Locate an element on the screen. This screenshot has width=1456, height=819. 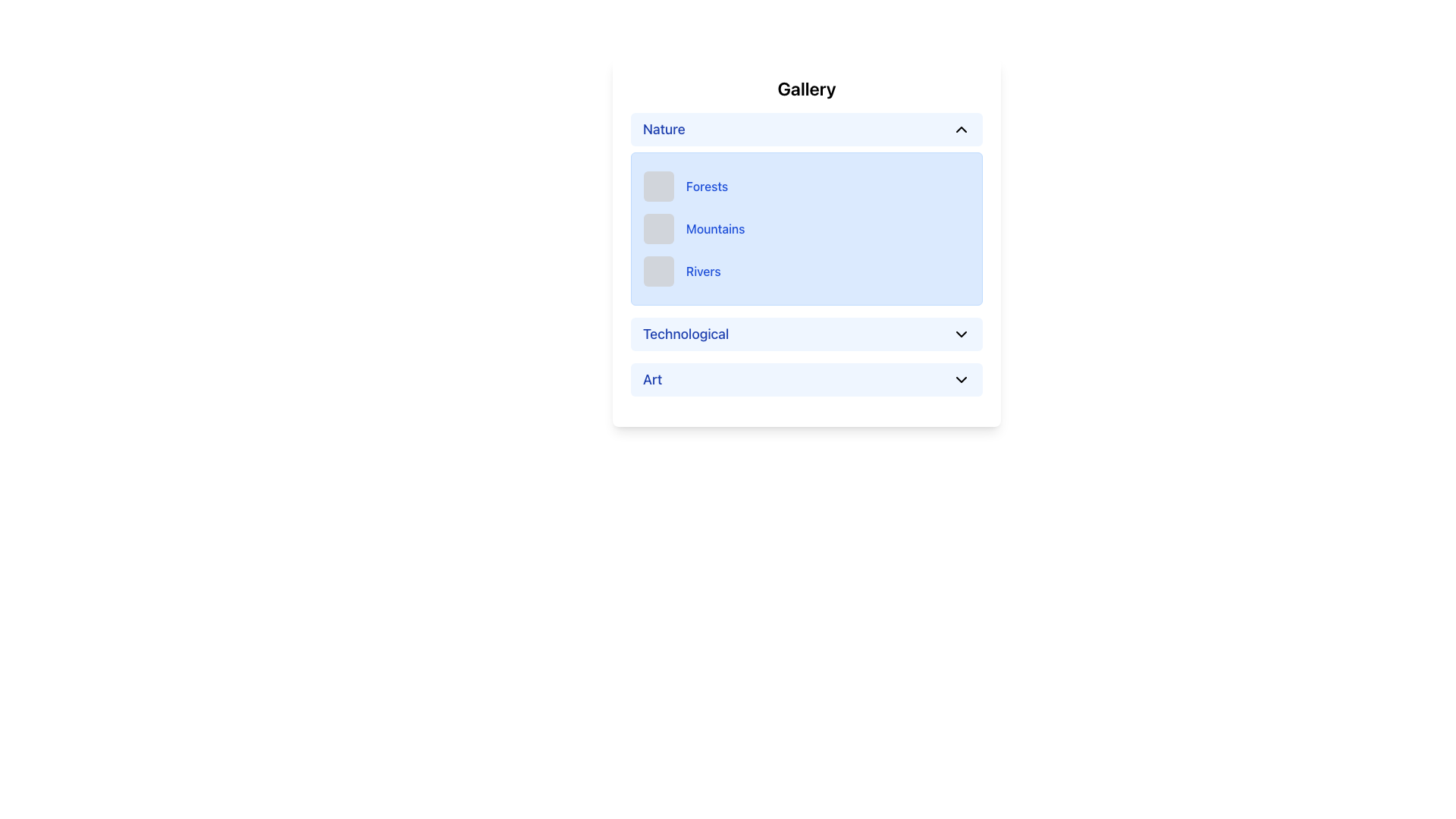
the category label text element that serves as a visual identifier within the interface is located at coordinates (652, 379).